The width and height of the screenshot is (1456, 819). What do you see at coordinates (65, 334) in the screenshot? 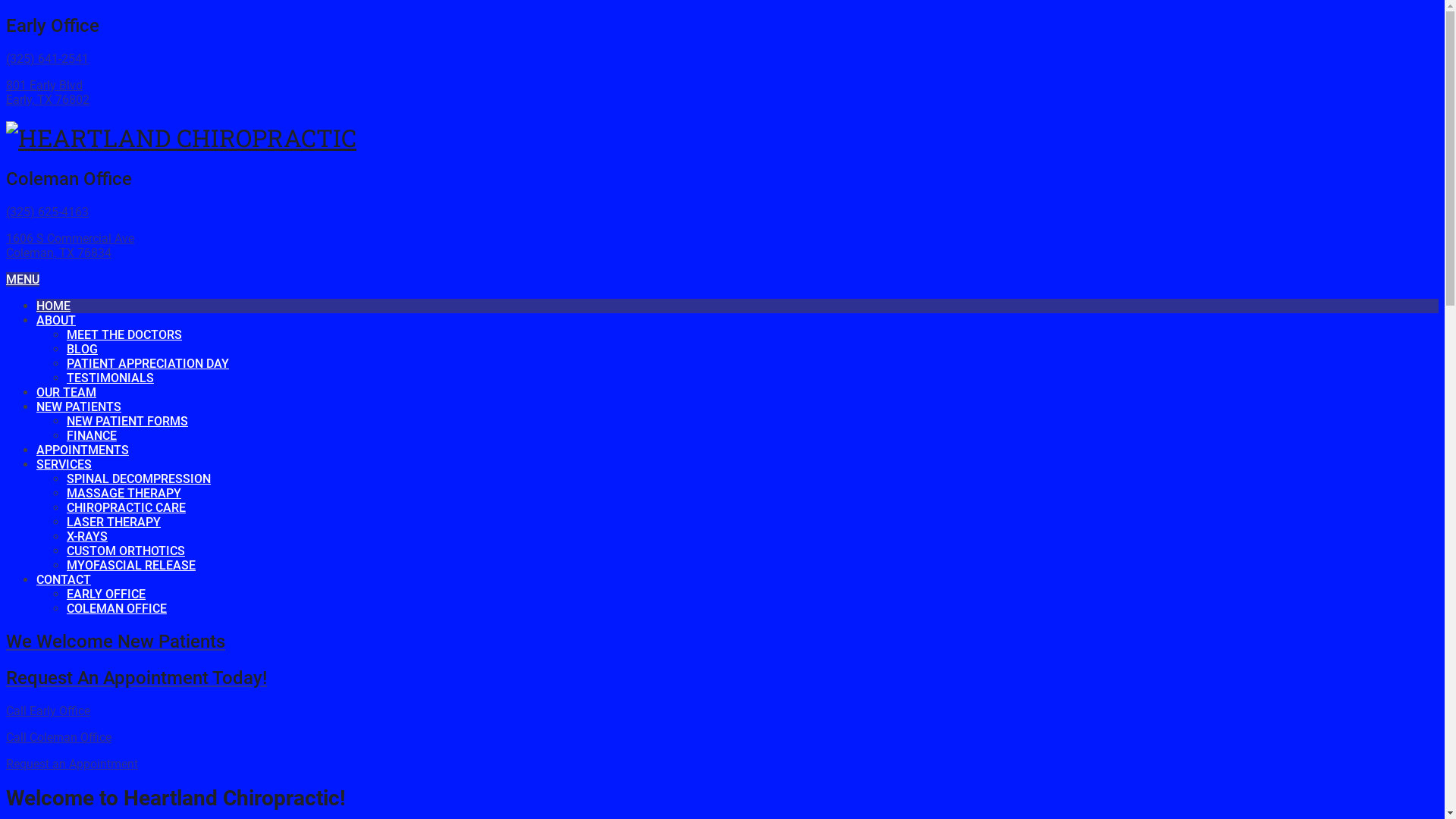
I see `'MEET THE DOCTORS'` at bounding box center [65, 334].